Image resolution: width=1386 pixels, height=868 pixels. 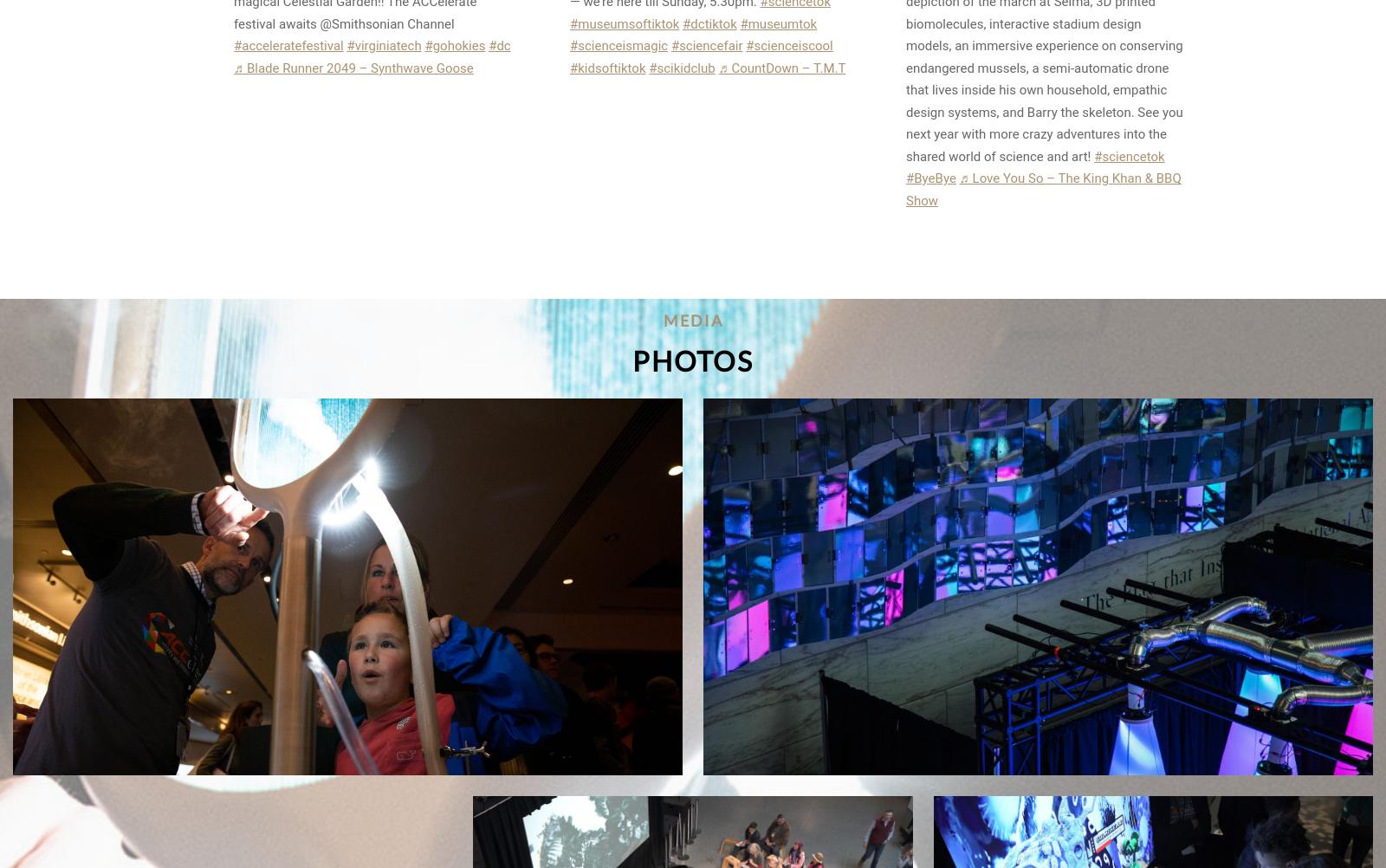 What do you see at coordinates (353, 67) in the screenshot?
I see `'♬ Blade Runner 2049 – Synthwave Goose'` at bounding box center [353, 67].